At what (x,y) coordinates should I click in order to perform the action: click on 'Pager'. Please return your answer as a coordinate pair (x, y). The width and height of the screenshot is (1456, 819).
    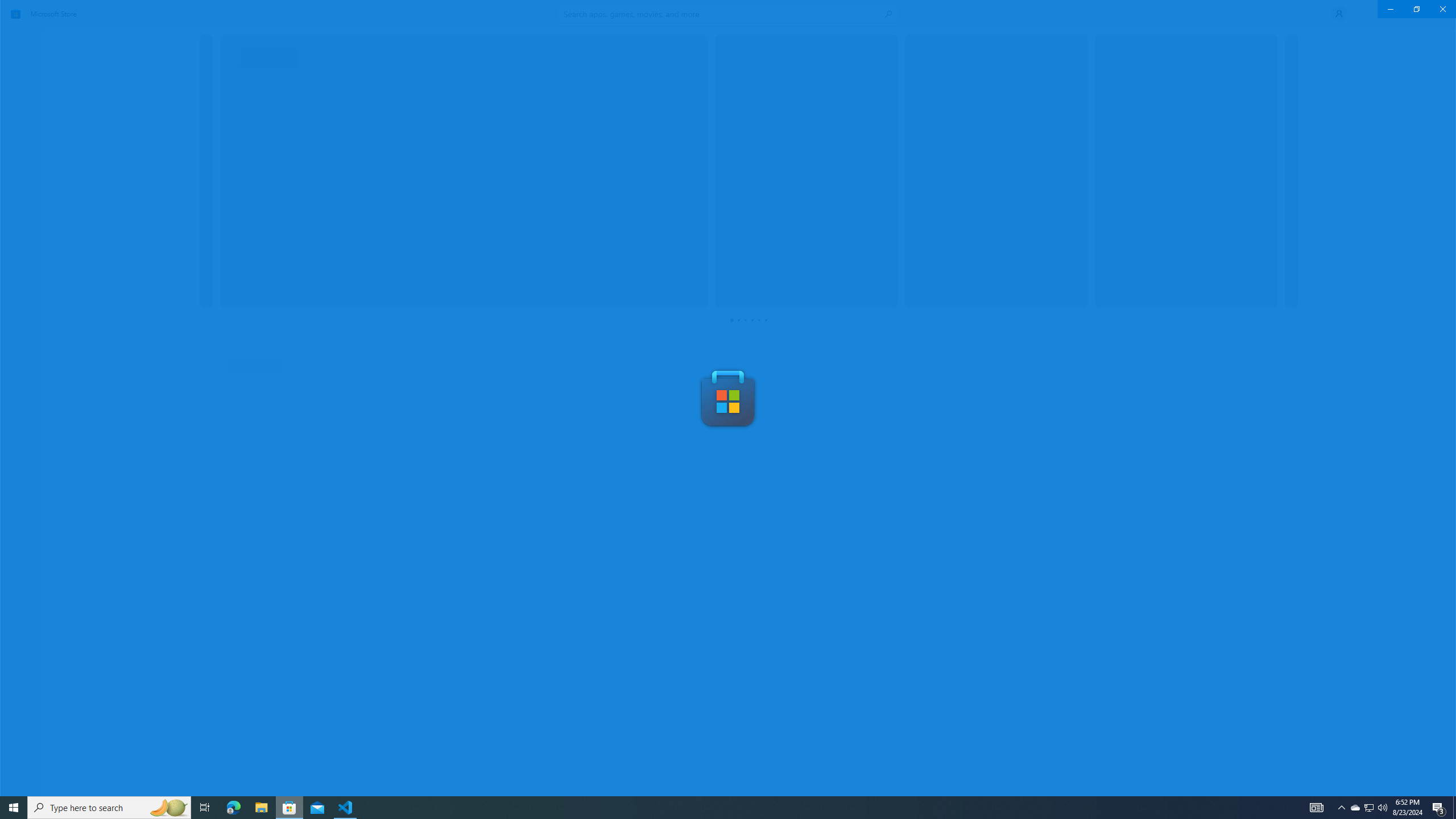
    Looking at the image, I should click on (748, 320).